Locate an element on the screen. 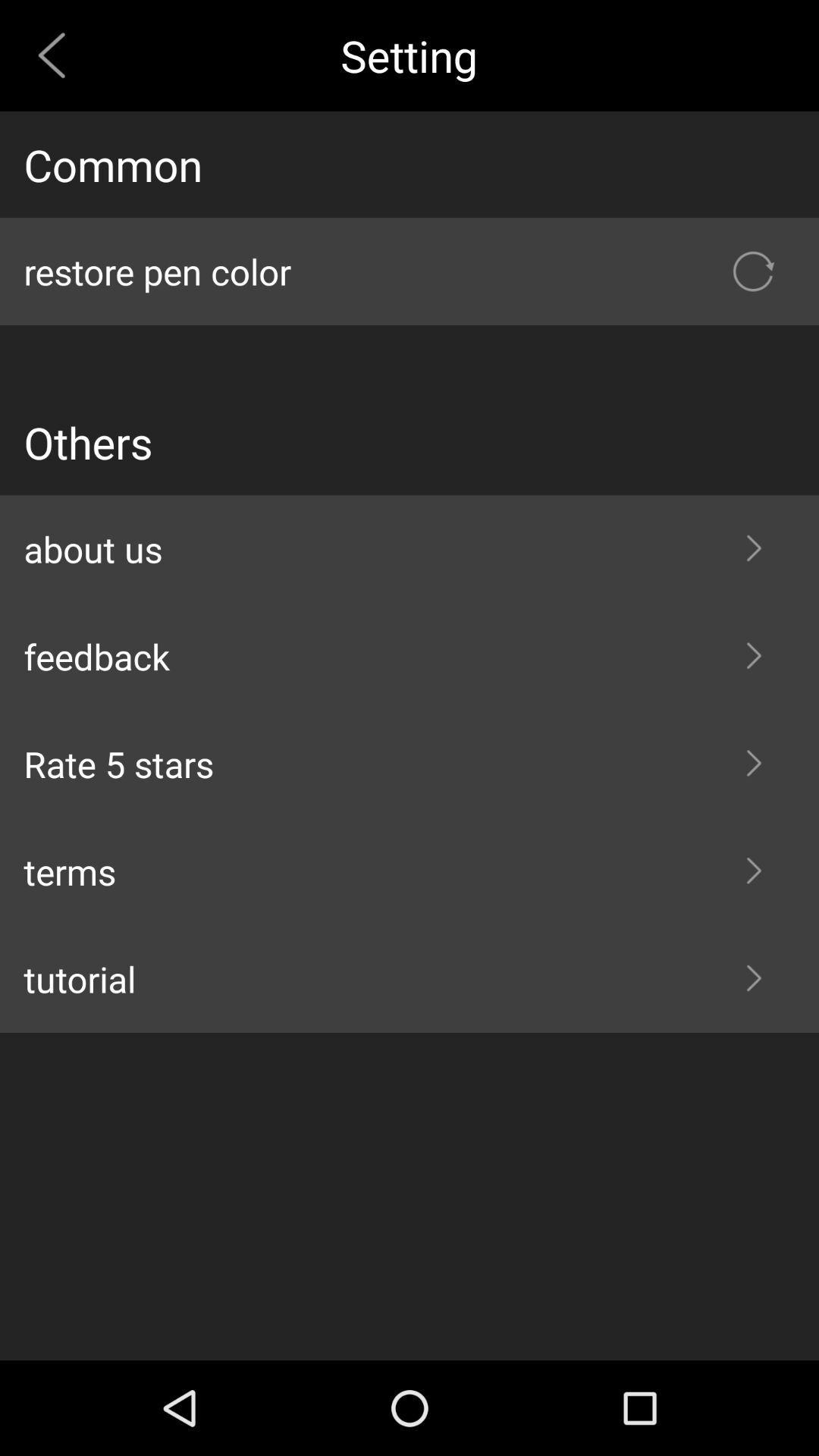 This screenshot has height=1456, width=819. the rate 5 stars item is located at coordinates (409, 764).